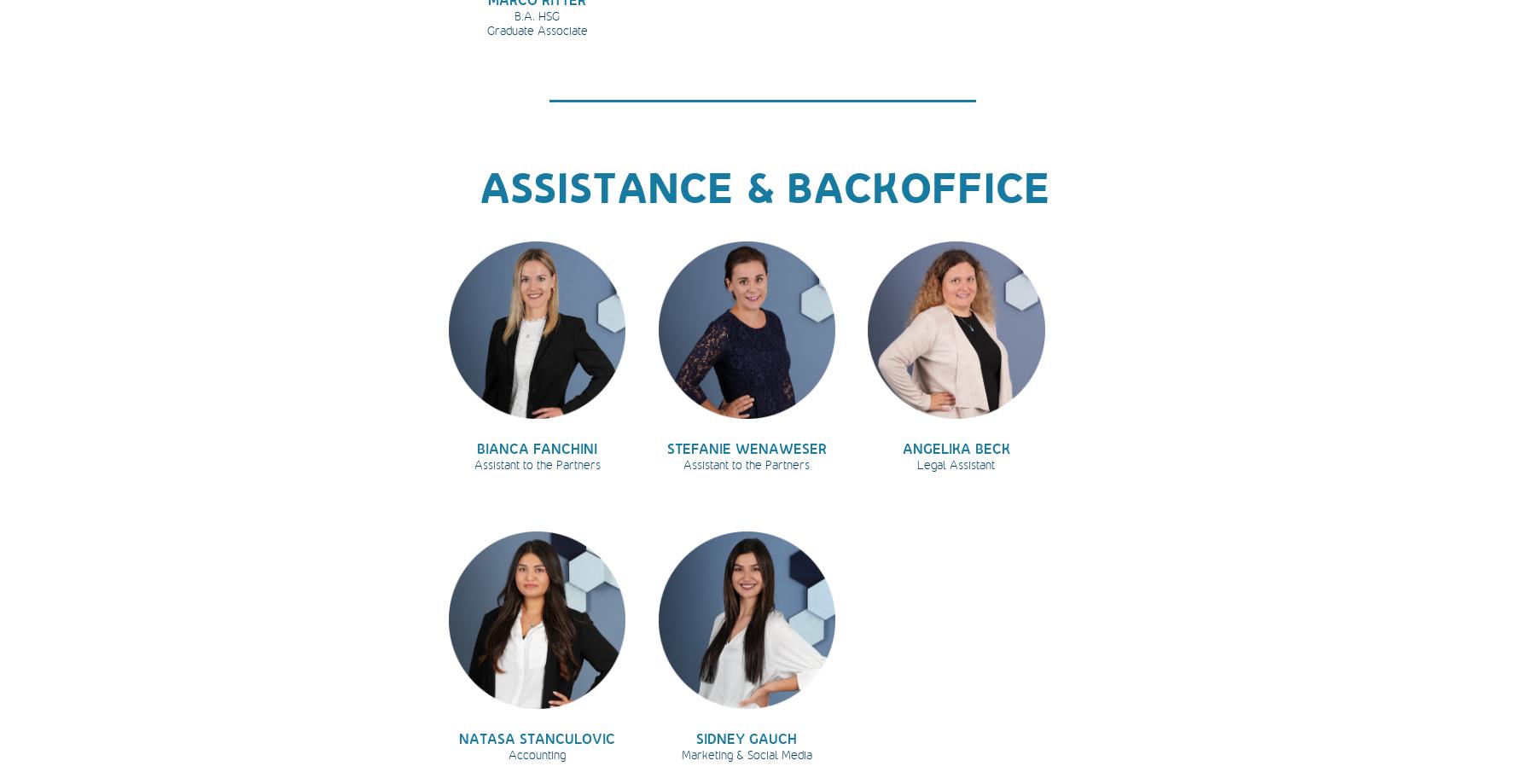 The height and width of the screenshot is (784, 1529). I want to click on 'Legal Assistant', so click(956, 463).